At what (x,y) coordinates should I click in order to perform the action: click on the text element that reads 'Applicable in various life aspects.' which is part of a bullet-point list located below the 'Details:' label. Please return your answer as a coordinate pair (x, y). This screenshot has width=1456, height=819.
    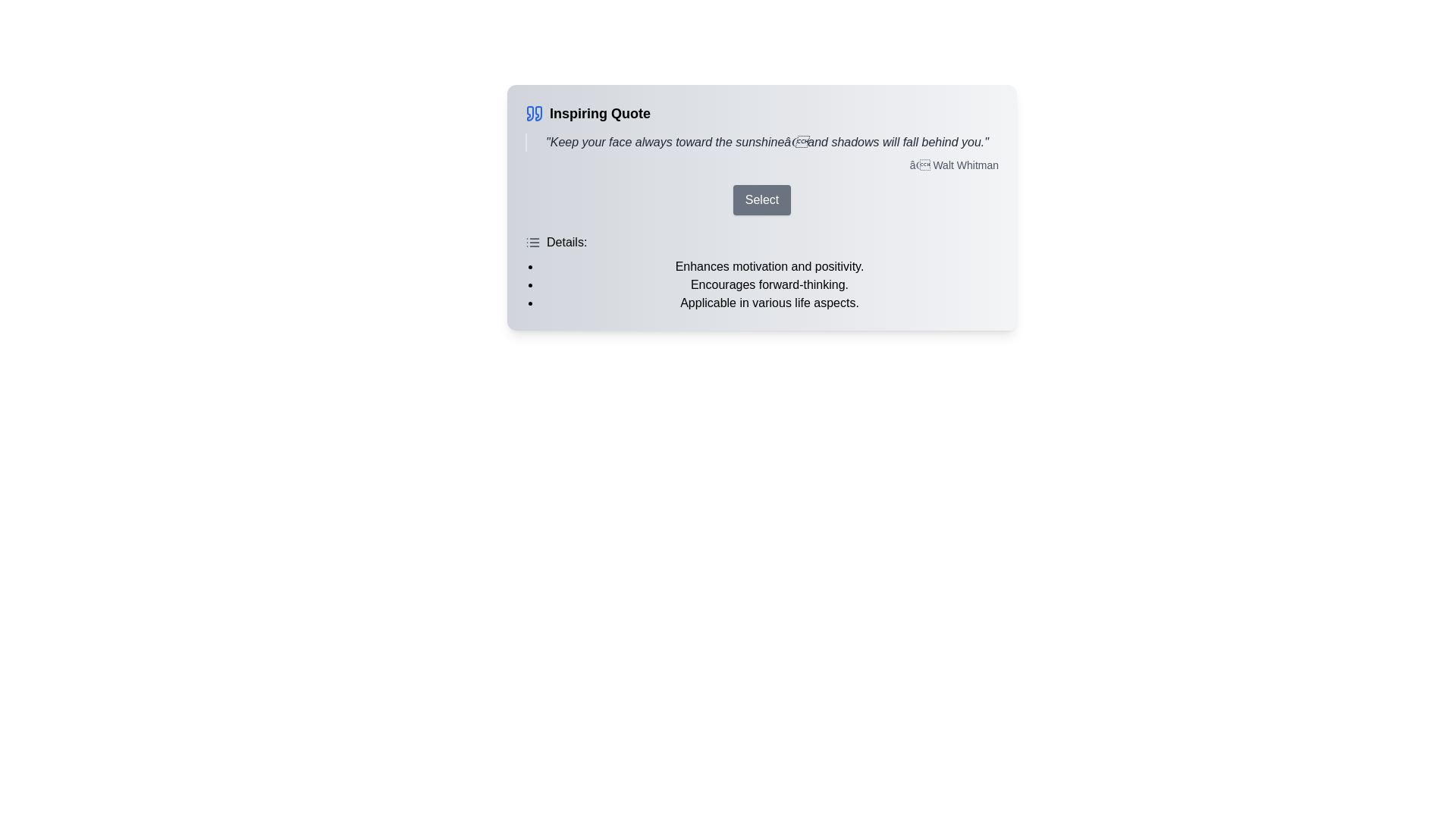
    Looking at the image, I should click on (769, 303).